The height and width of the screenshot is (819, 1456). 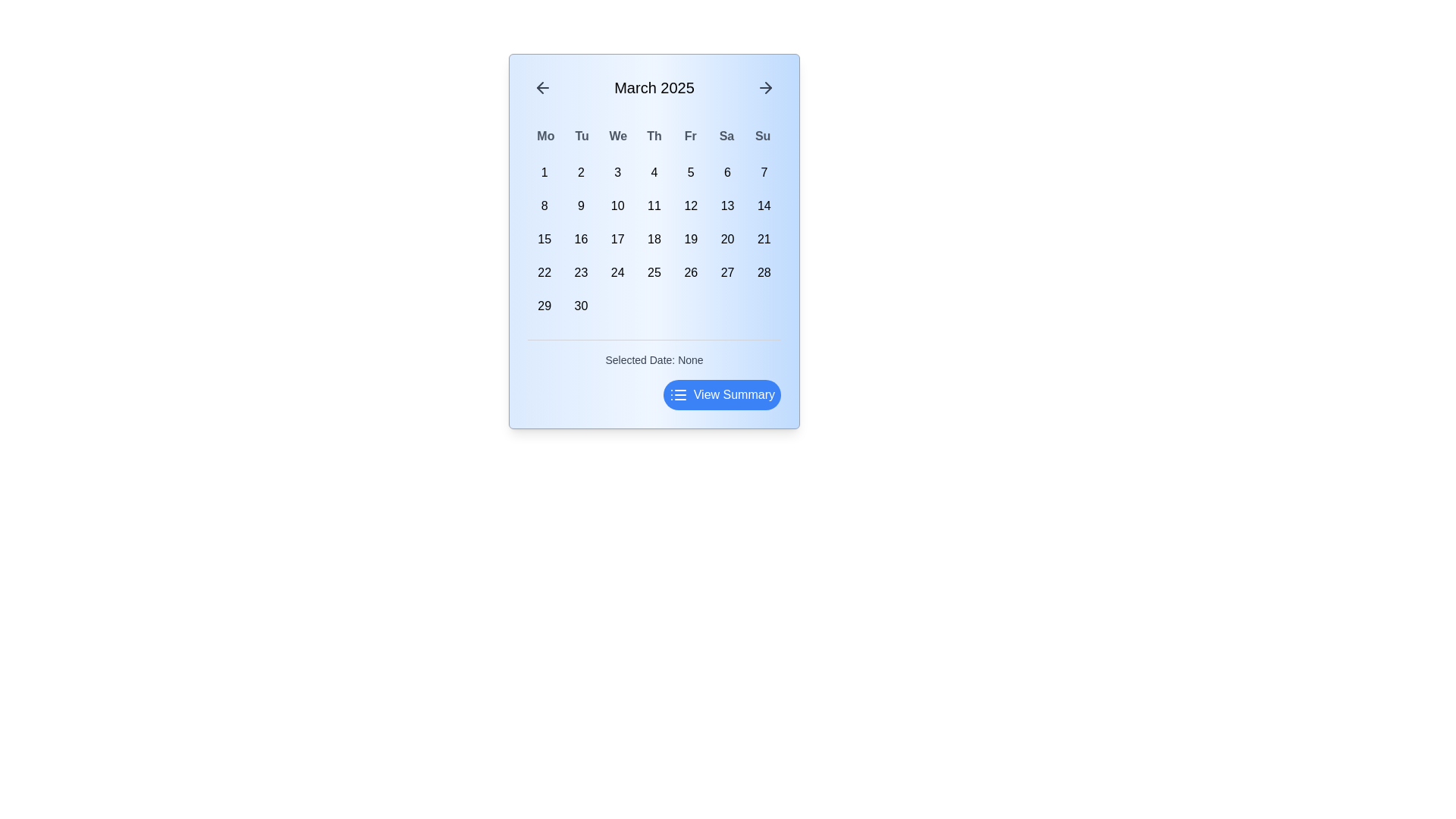 What do you see at coordinates (677, 394) in the screenshot?
I see `the list icon represented by three horizontal lines with small dots on the left of each line, which is enclosed within the 'View Summary' button` at bounding box center [677, 394].